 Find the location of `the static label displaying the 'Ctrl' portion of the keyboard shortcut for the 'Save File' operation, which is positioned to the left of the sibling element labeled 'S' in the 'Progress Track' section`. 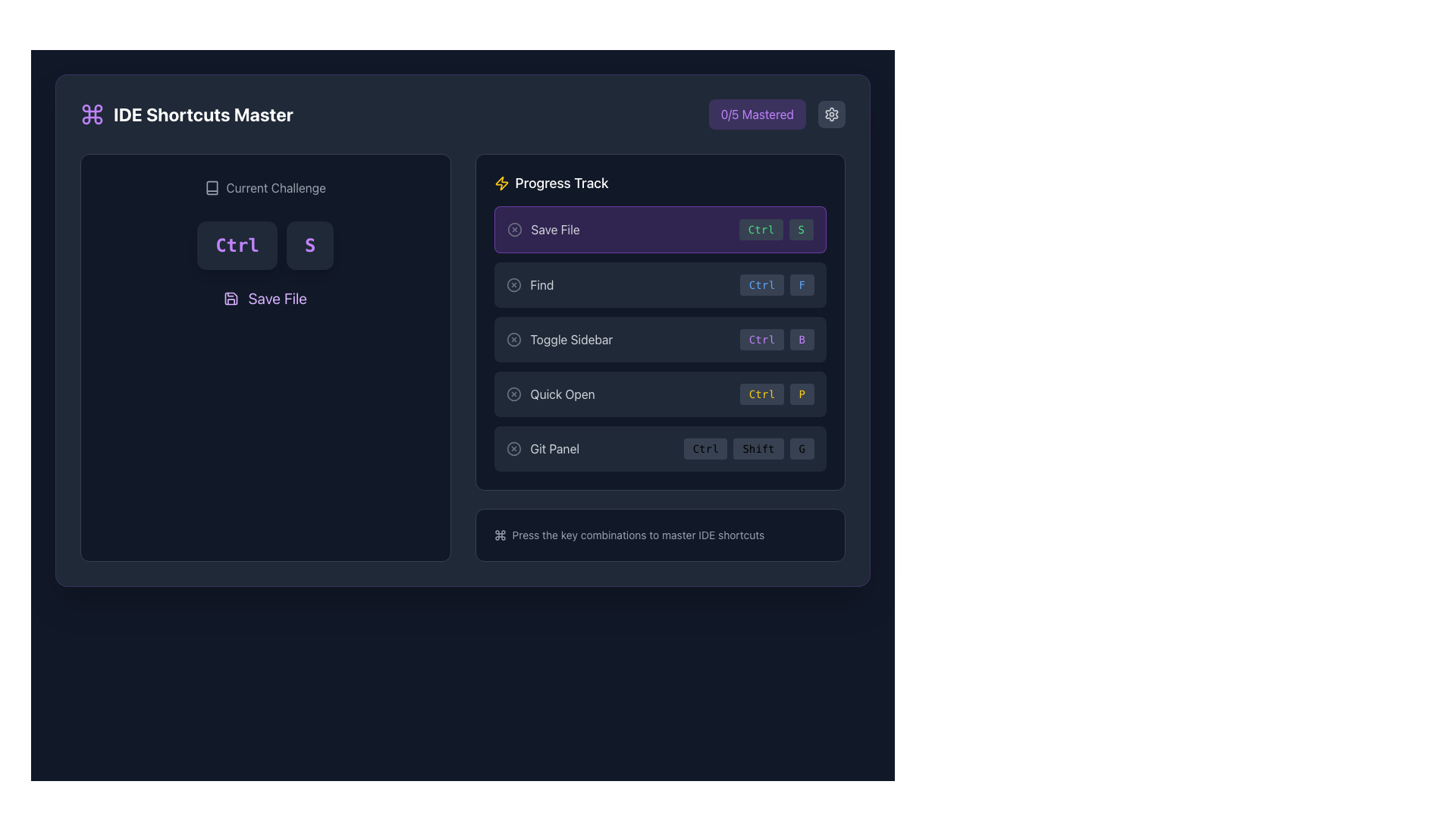

the static label displaying the 'Ctrl' portion of the keyboard shortcut for the 'Save File' operation, which is positioned to the left of the sibling element labeled 'S' in the 'Progress Track' section is located at coordinates (761, 230).